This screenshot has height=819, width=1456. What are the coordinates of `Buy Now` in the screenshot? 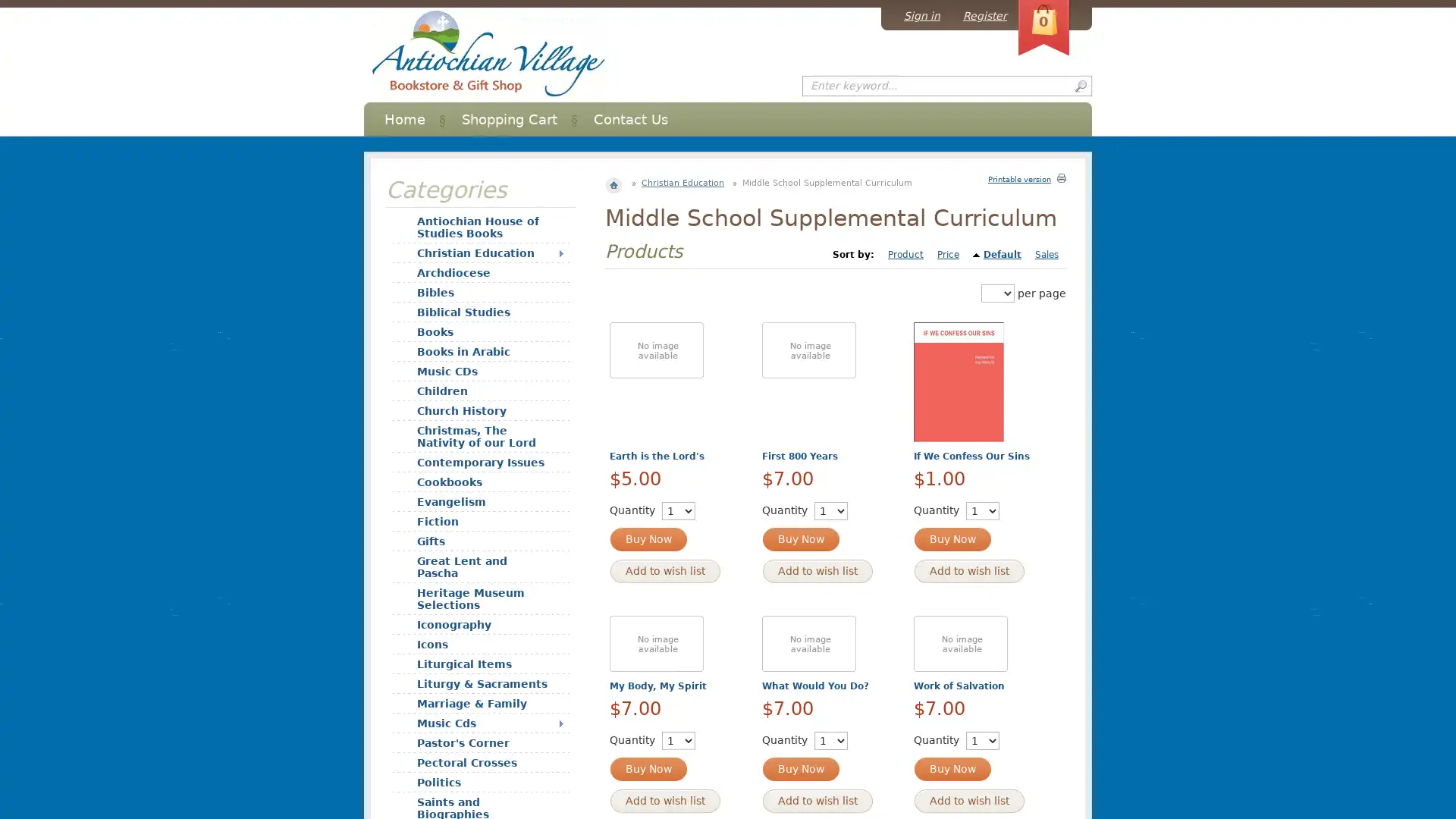 It's located at (648, 769).